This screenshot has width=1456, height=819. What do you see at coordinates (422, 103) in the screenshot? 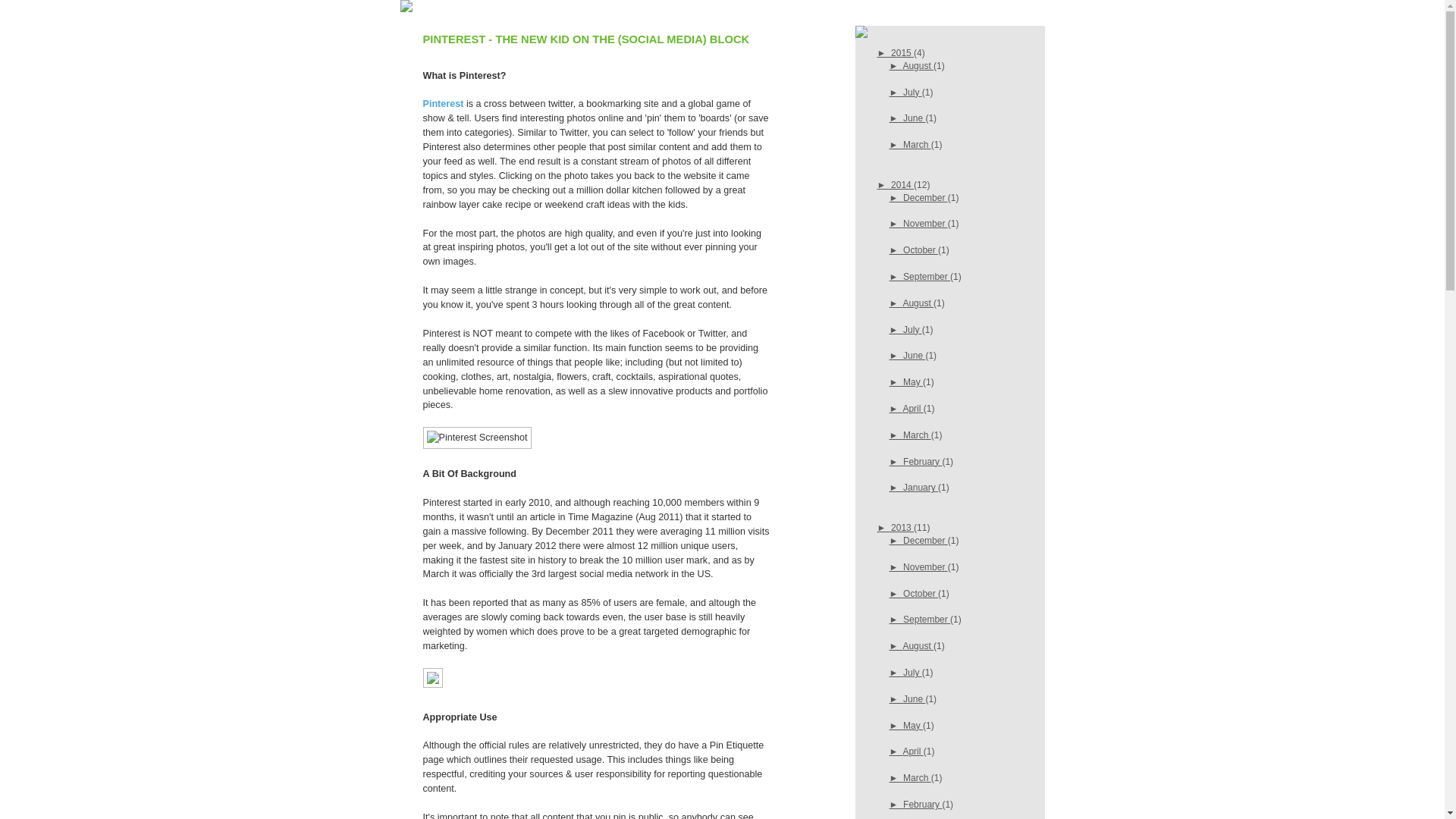
I see `'Pinterest'` at bounding box center [422, 103].